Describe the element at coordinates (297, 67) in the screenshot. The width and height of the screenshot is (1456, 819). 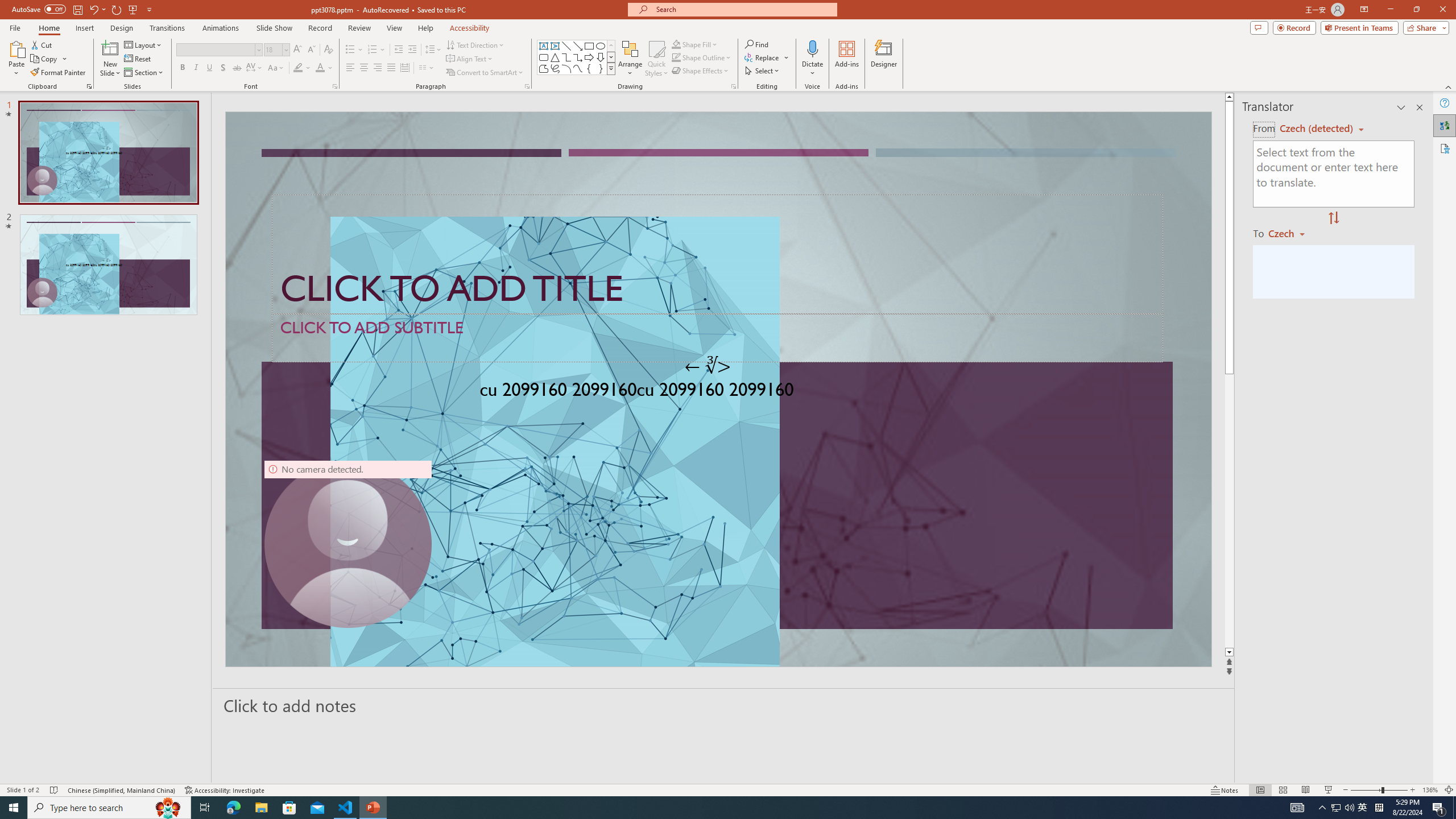
I see `'Text Highlight Color Yellow'` at that location.